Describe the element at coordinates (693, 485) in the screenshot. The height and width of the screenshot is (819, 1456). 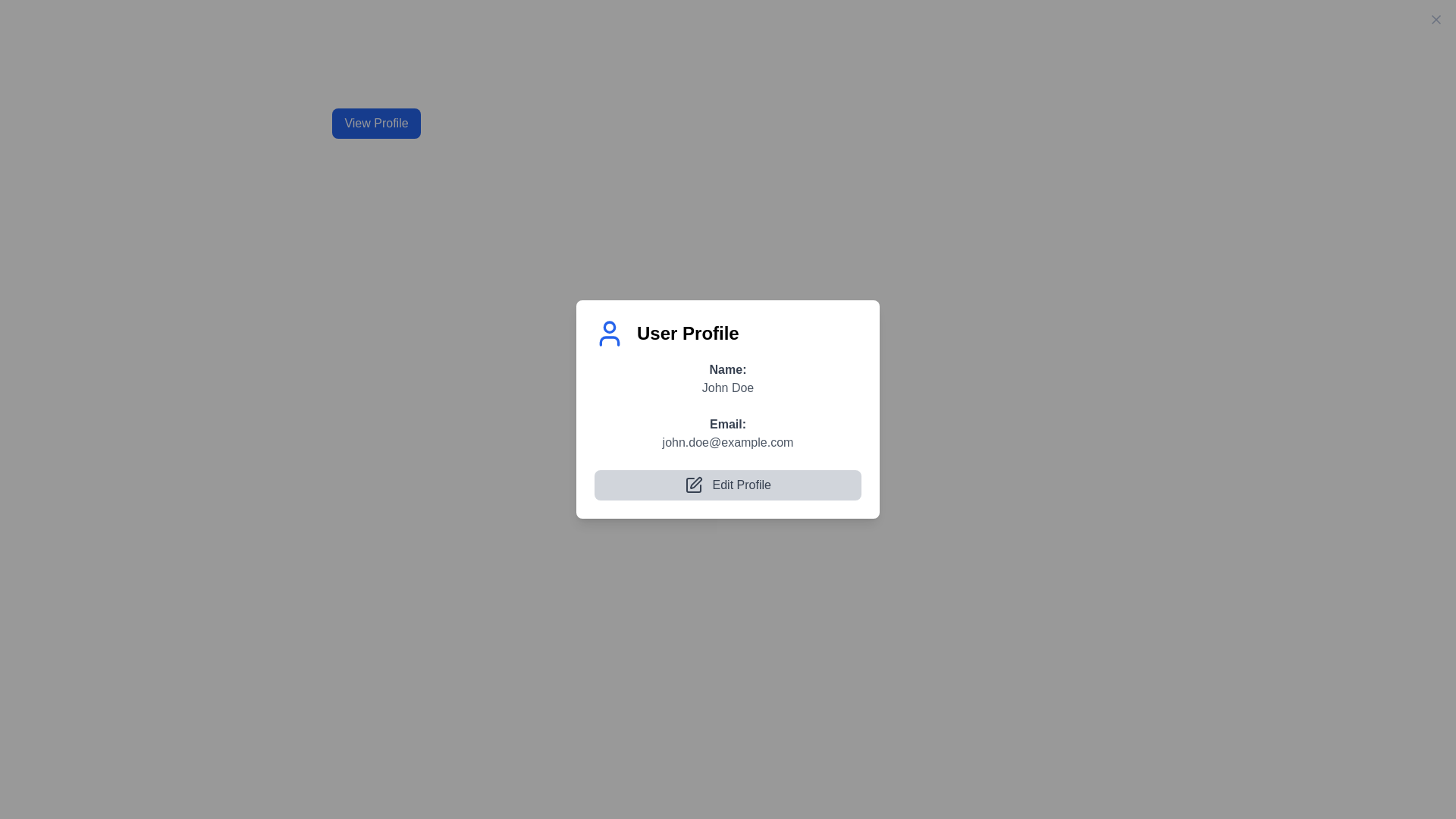
I see `the square shape element of the pen icon that represents an editing function, located directly to the left of the 'Edit Profile' button` at that location.